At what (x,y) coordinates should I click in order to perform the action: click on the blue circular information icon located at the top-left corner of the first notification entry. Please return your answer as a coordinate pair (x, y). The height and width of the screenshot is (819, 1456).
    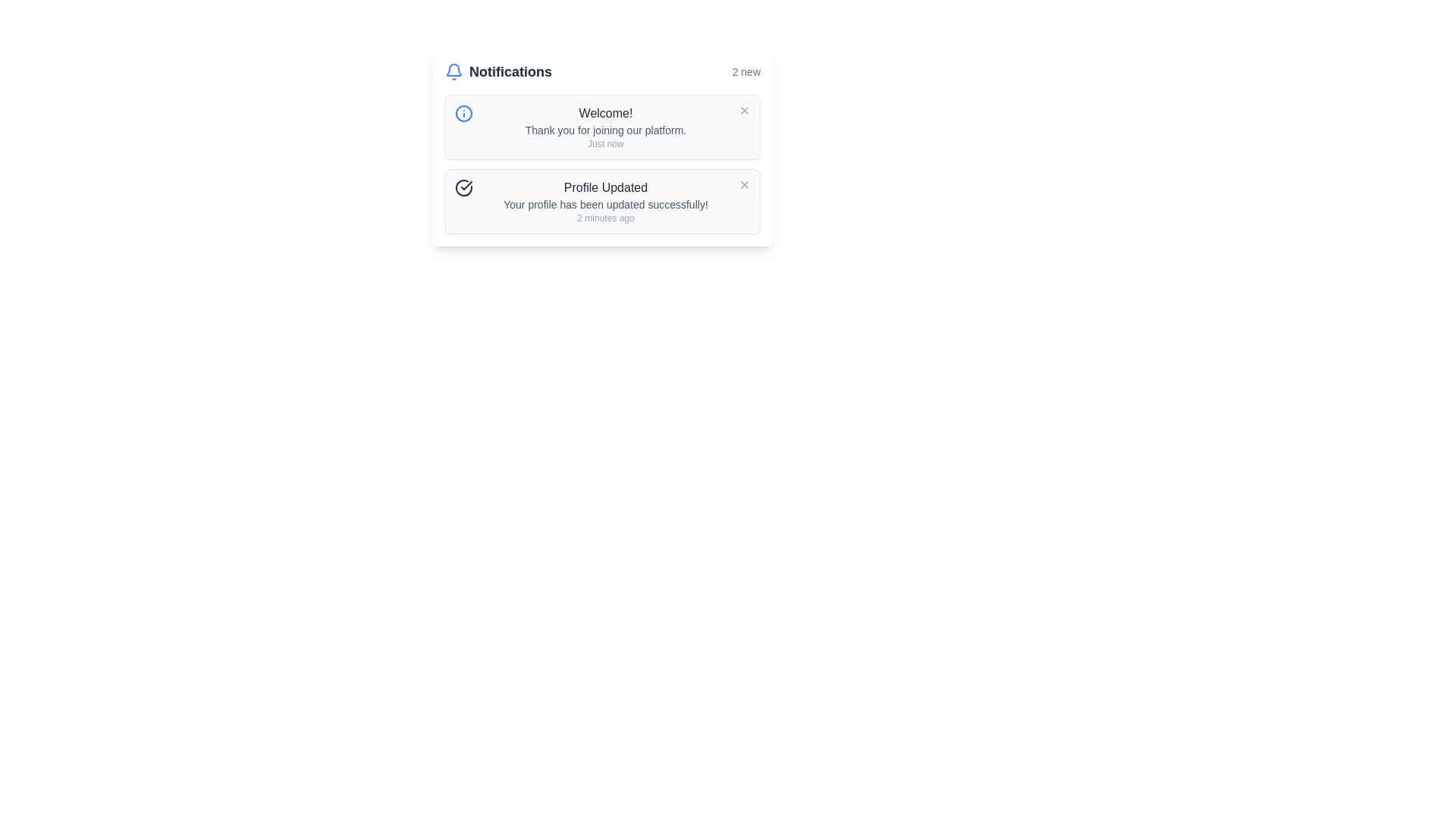
    Looking at the image, I should click on (463, 113).